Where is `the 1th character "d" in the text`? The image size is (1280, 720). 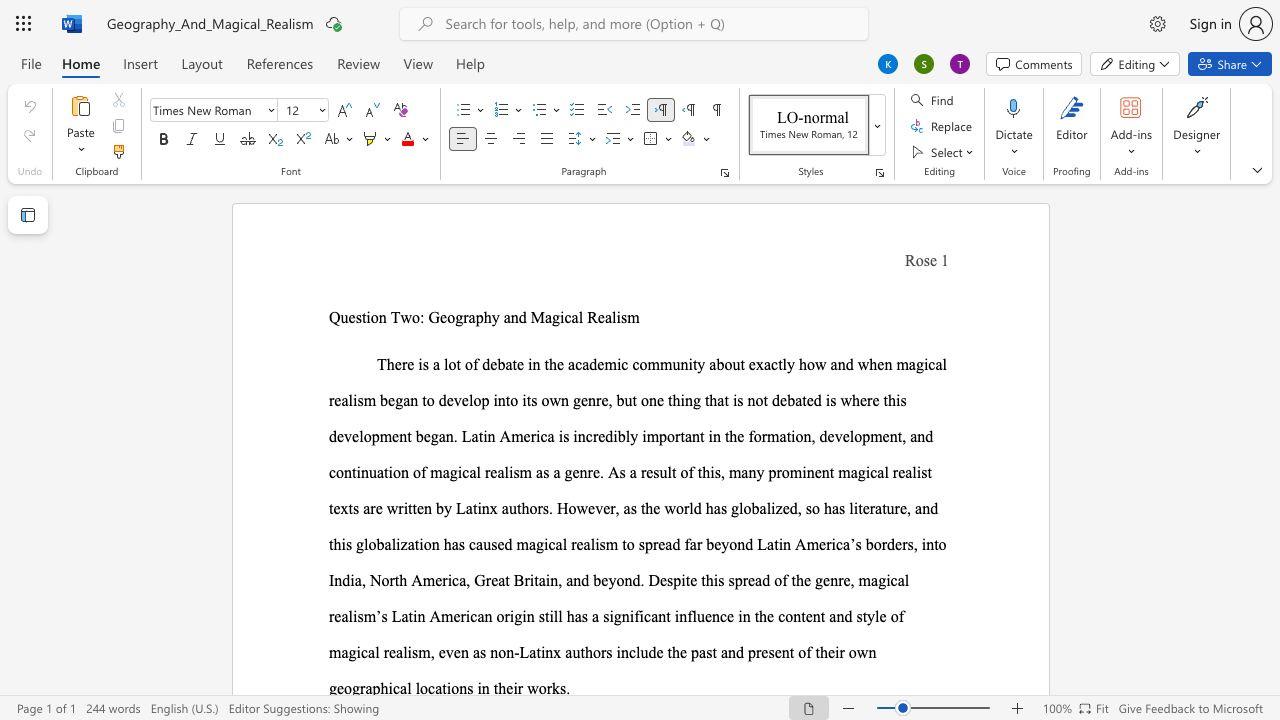
the 1th character "d" in the text is located at coordinates (522, 316).